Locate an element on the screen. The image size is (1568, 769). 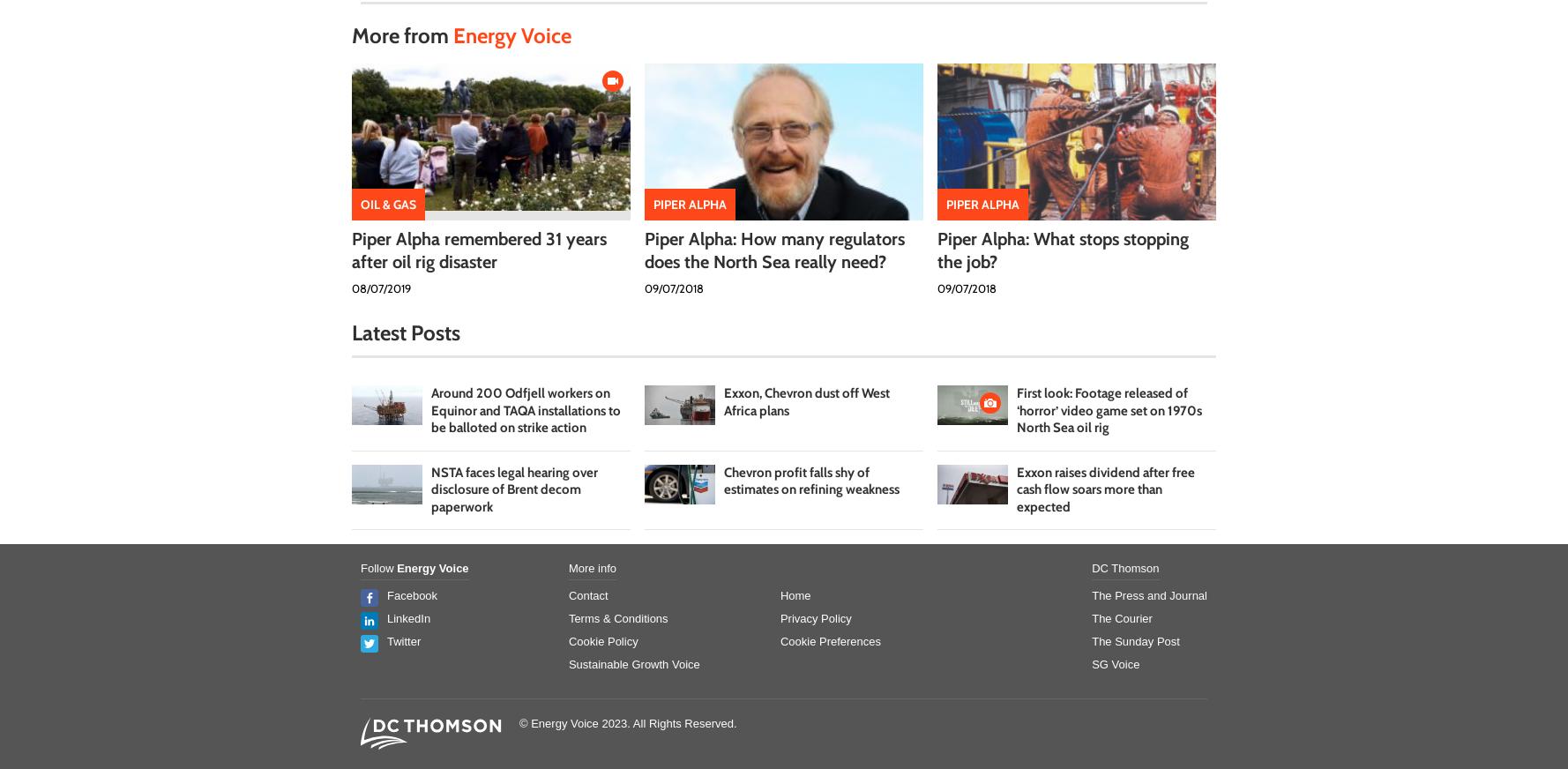
'Around 200 Odfjell workers on Equinor and TAQA installations to be balloted on strike action' is located at coordinates (525, 409).